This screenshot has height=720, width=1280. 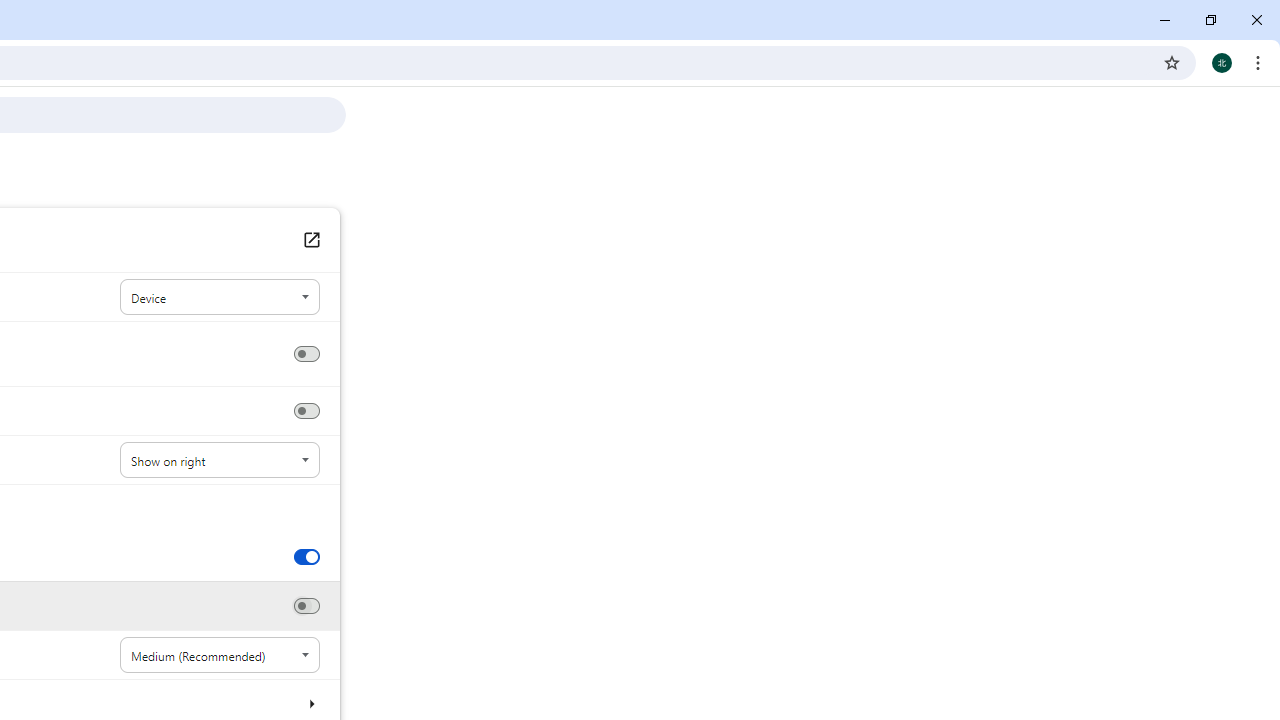 What do you see at coordinates (305, 605) in the screenshot?
I see `'Show tab memory usage'` at bounding box center [305, 605].